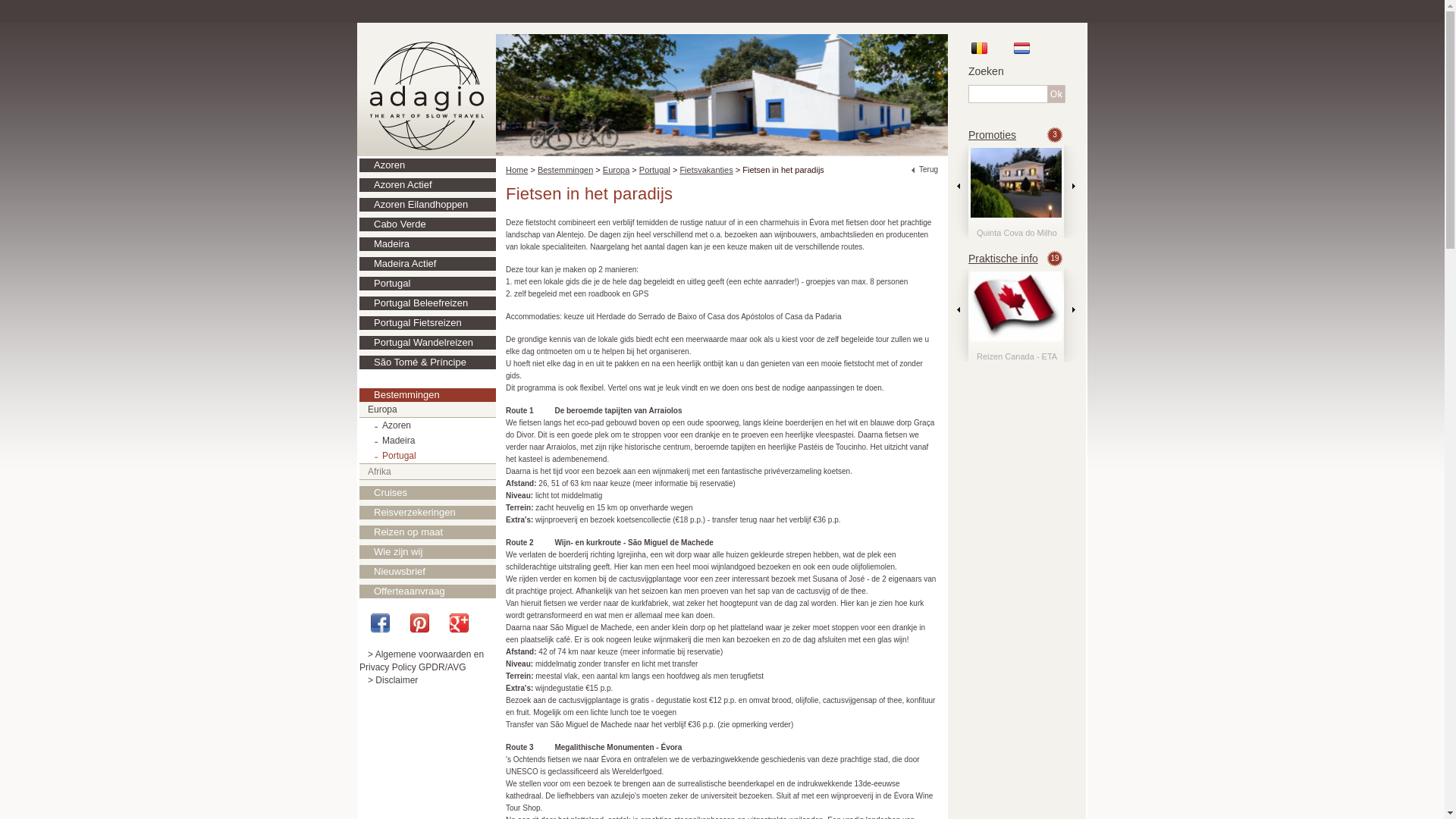 The height and width of the screenshot is (819, 1456). Describe the element at coordinates (1015, 192) in the screenshot. I see `'Quinta Cova do Milho'` at that location.